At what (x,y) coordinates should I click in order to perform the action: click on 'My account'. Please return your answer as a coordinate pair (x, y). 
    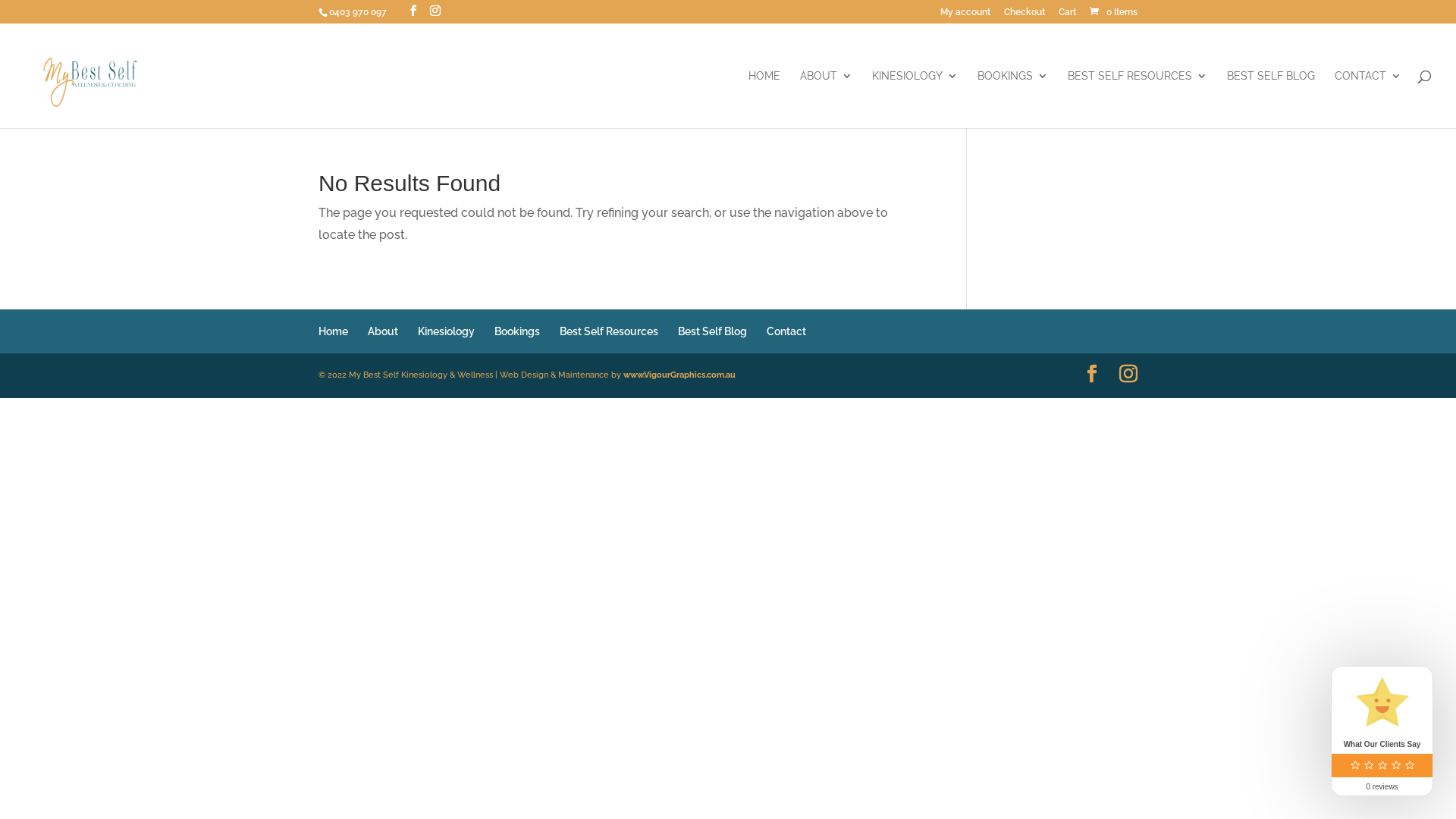
    Looking at the image, I should click on (964, 15).